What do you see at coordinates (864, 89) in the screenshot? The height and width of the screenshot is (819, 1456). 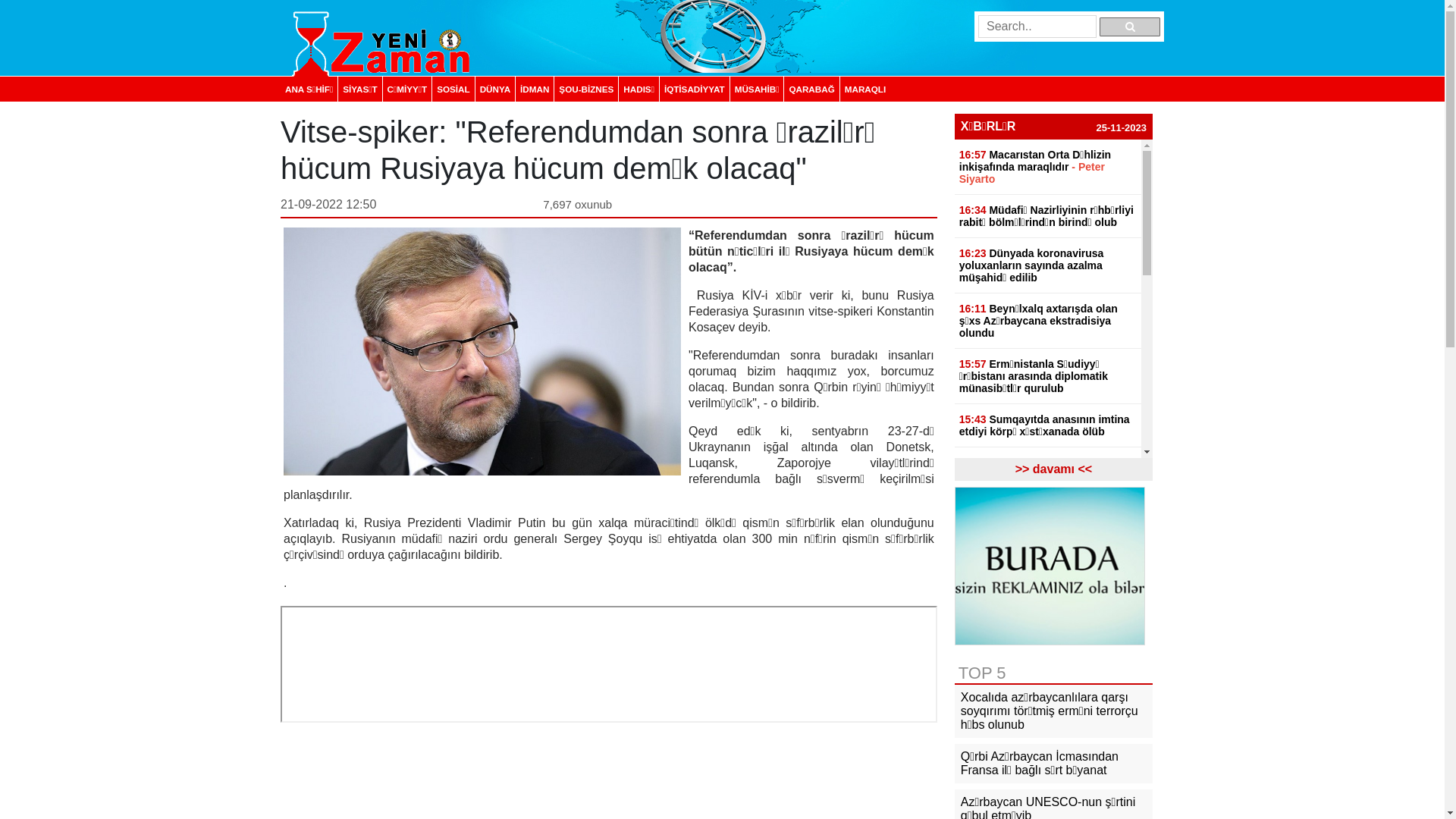 I see `'MARAQLI'` at bounding box center [864, 89].